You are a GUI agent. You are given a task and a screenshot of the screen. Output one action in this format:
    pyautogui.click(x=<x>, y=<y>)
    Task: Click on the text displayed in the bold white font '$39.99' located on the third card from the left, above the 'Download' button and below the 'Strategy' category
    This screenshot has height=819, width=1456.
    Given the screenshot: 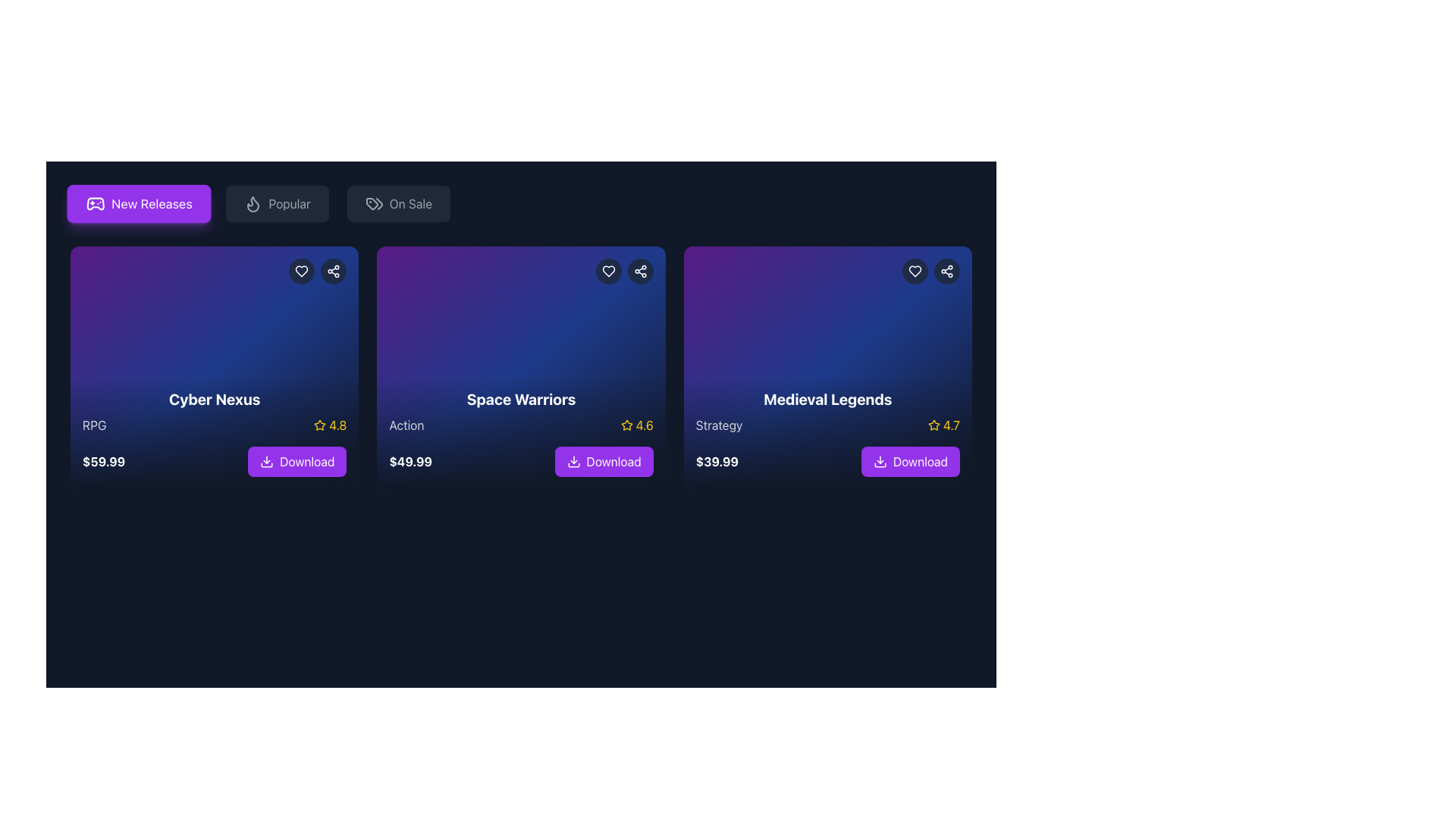 What is the action you would take?
    pyautogui.click(x=716, y=461)
    